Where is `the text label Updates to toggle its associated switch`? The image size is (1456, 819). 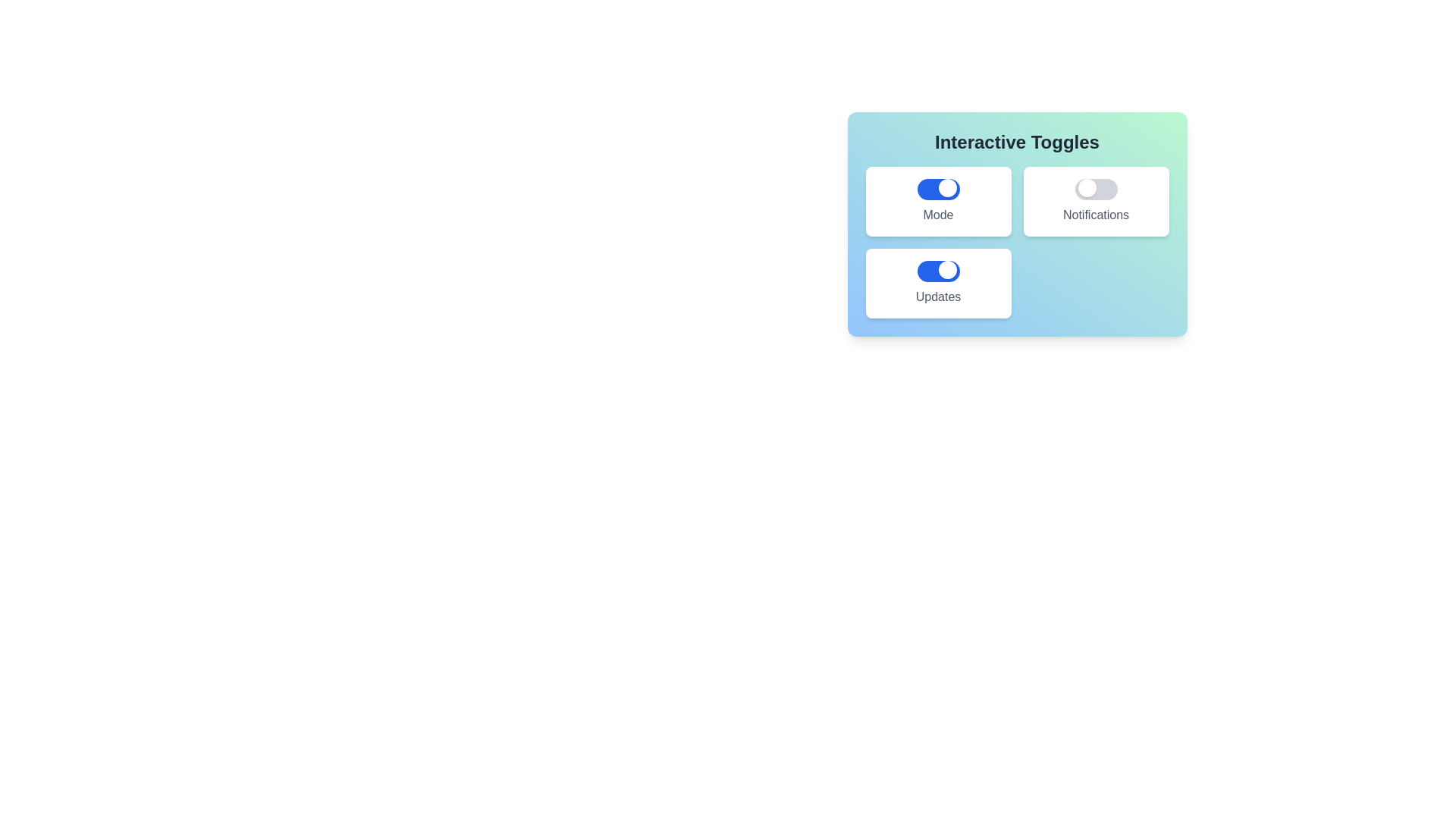
the text label Updates to toggle its associated switch is located at coordinates (937, 297).